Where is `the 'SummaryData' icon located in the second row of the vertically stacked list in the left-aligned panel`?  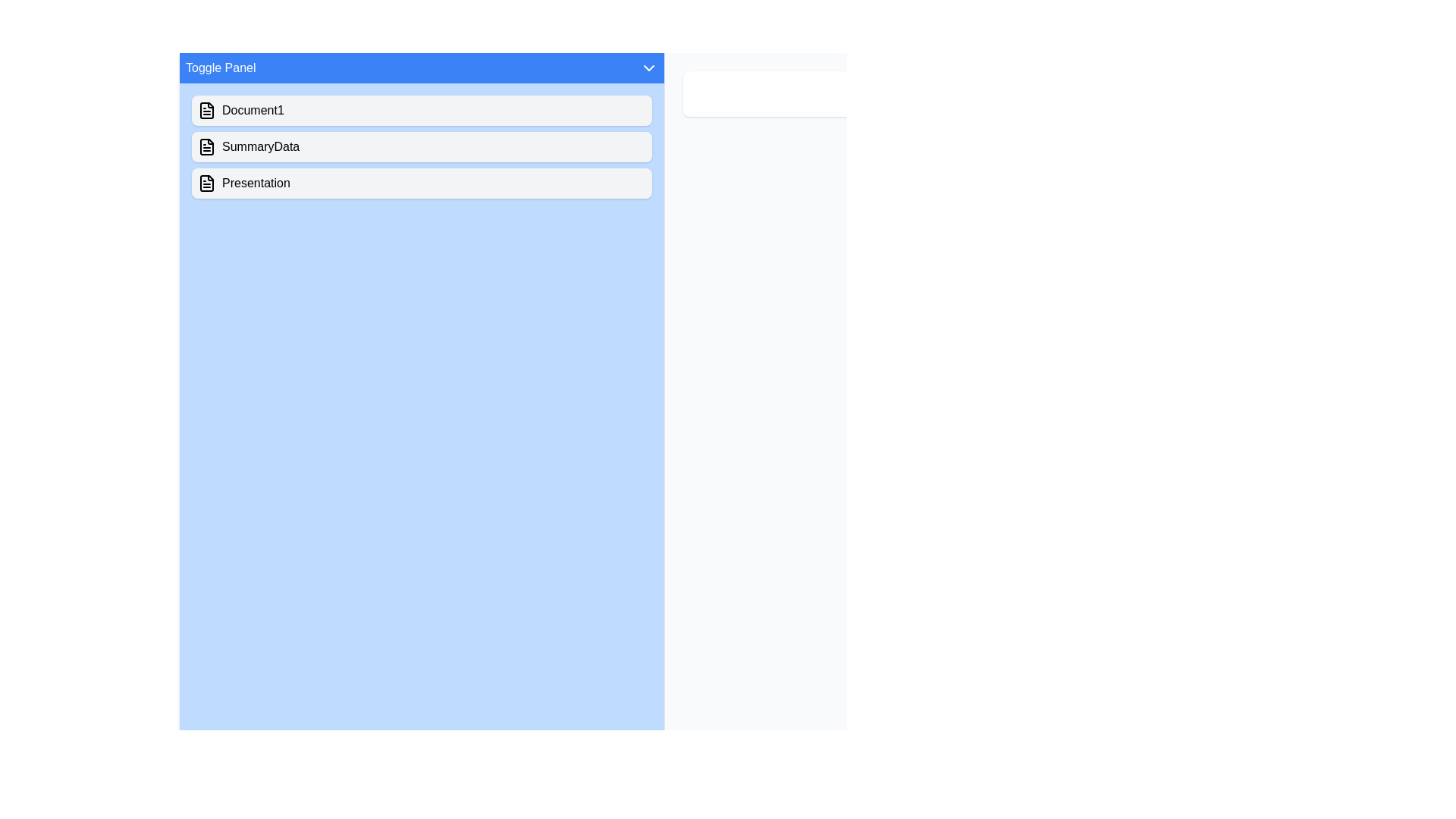
the 'SummaryData' icon located in the second row of the vertically stacked list in the left-aligned panel is located at coordinates (206, 146).